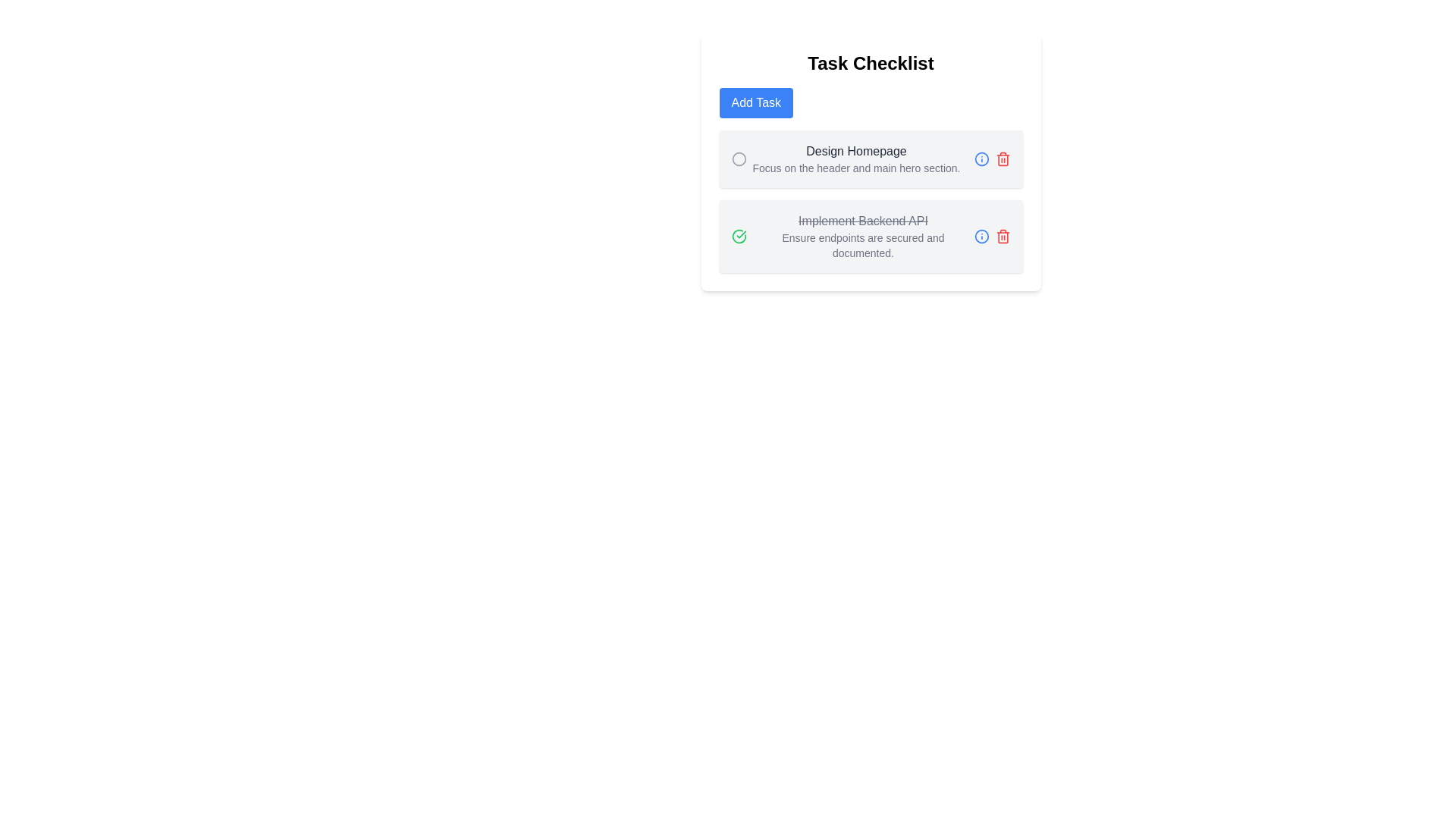  What do you see at coordinates (739, 237) in the screenshot?
I see `the graphical icon or vector shape that serves as a checklist item status indicator, located to the left of the text label in the task item` at bounding box center [739, 237].